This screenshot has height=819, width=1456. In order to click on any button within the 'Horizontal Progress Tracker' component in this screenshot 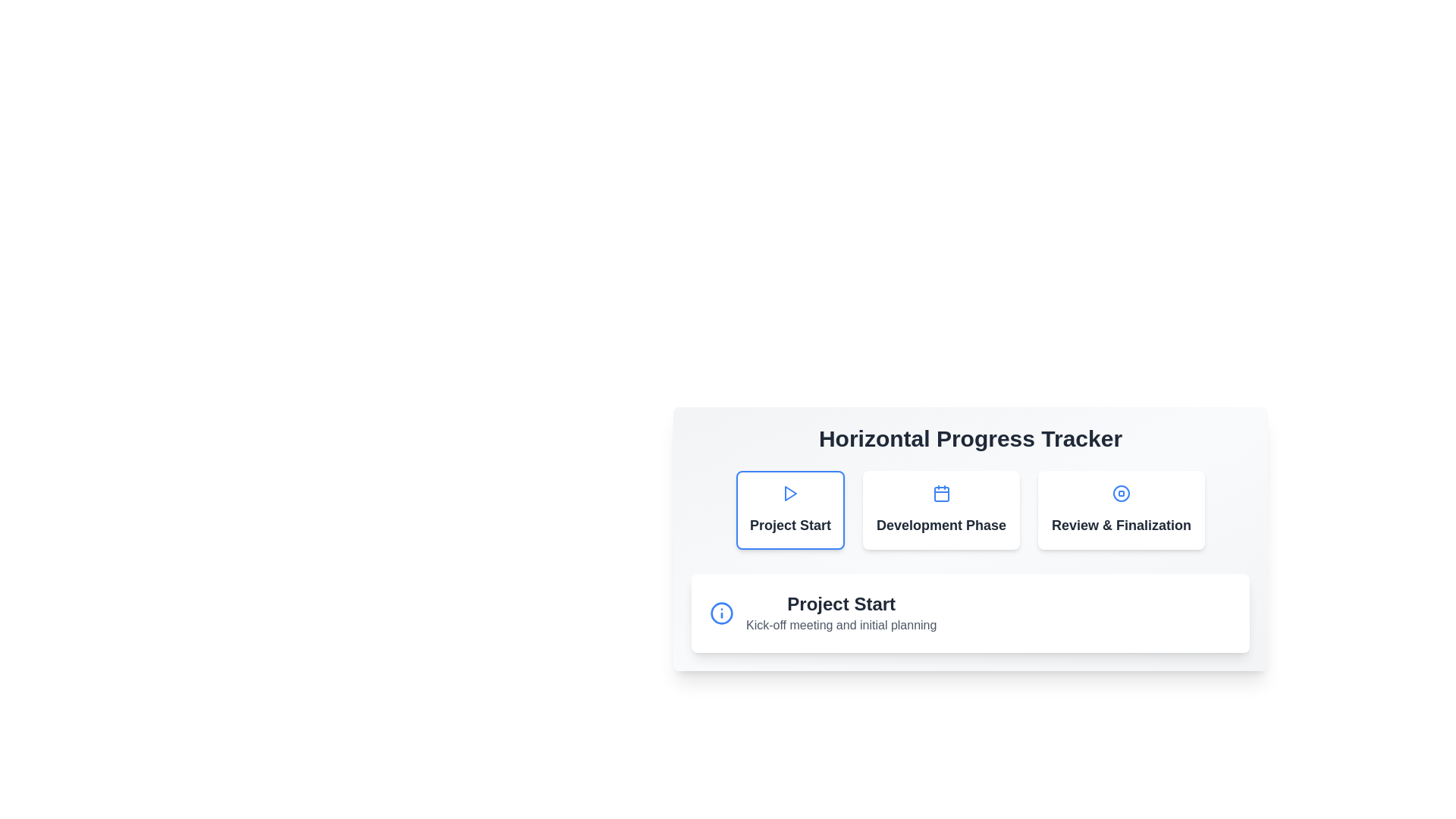, I will do `click(971, 563)`.